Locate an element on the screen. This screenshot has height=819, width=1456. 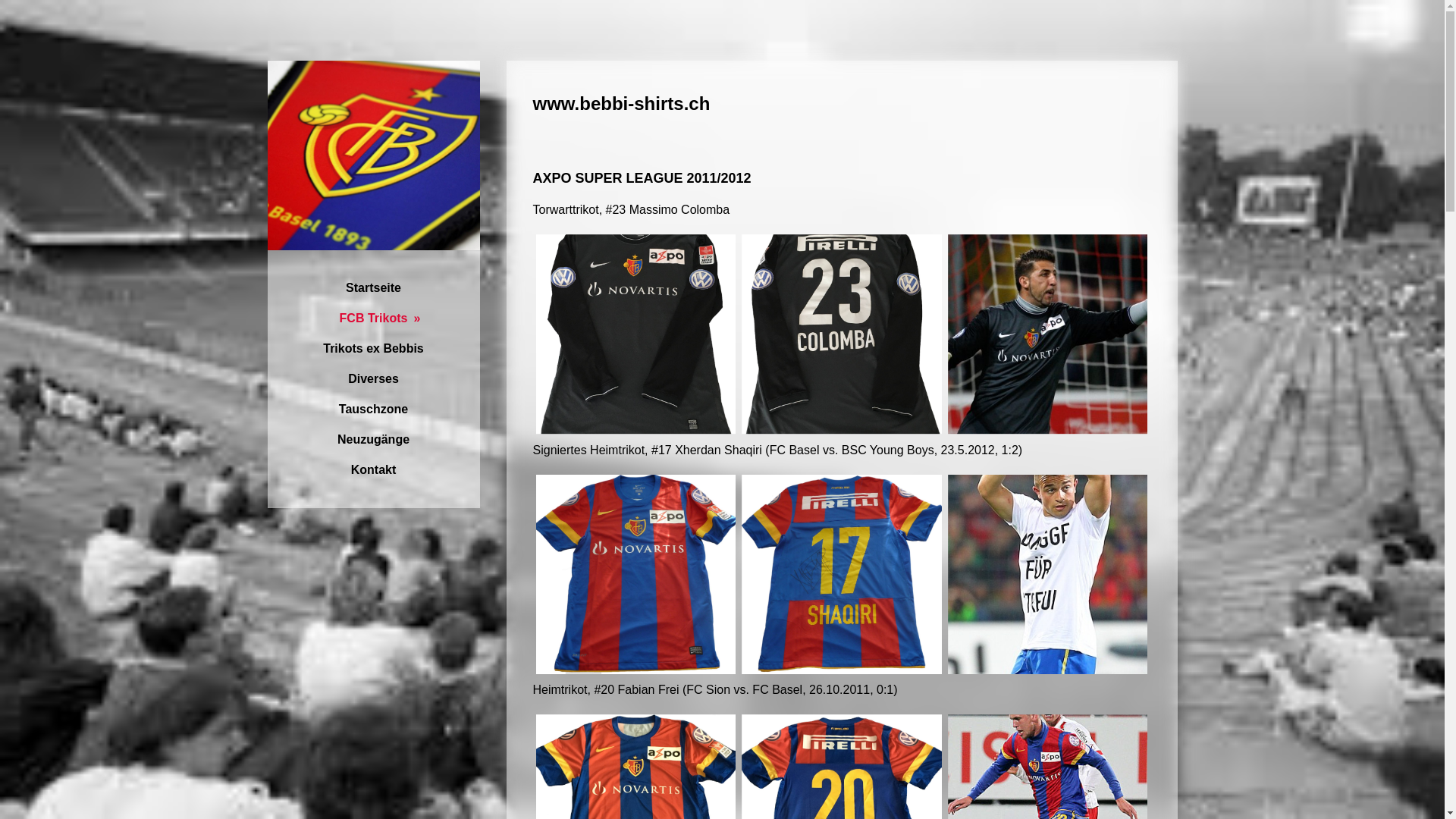
'Trikots ex Bebbis' is located at coordinates (372, 348).